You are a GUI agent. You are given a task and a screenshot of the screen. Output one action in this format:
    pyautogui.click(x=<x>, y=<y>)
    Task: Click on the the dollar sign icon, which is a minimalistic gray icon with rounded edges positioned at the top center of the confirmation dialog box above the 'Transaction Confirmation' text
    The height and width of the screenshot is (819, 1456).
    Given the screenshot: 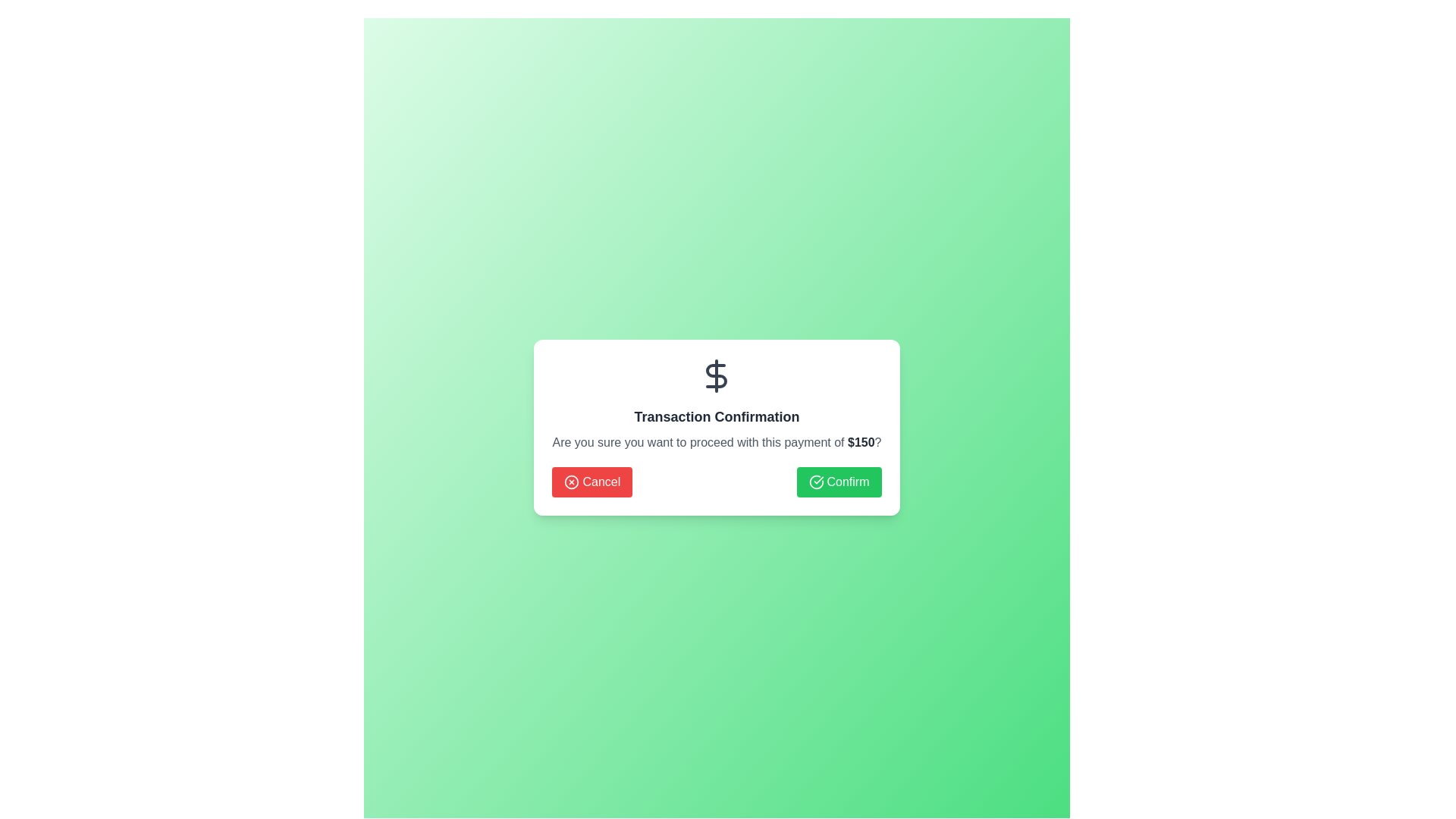 What is the action you would take?
    pyautogui.click(x=716, y=375)
    